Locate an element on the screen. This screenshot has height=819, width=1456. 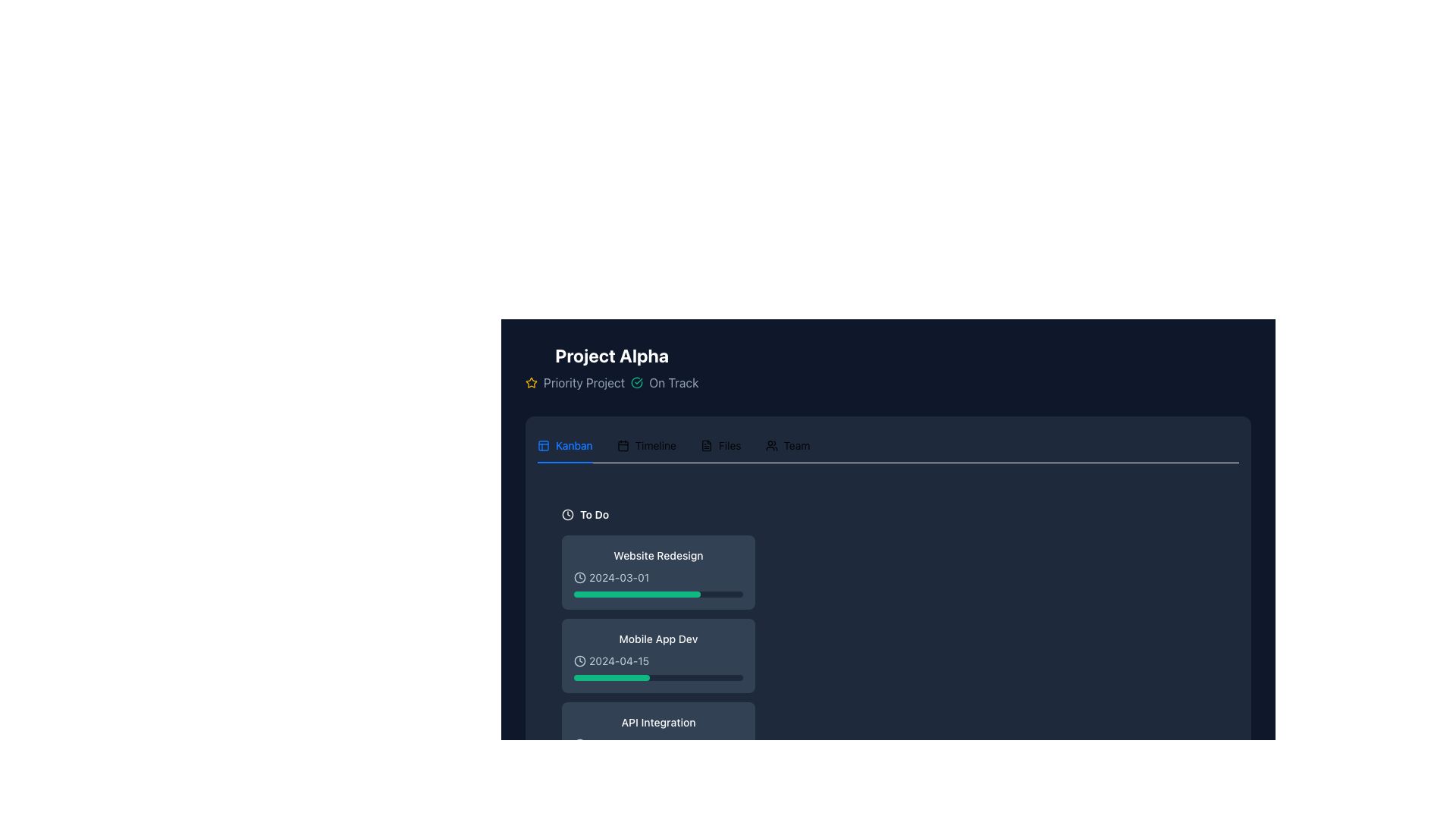
the status label indicating the current project status, located to the right of the 'Priority Project' text and a green checkmark symbol is located at coordinates (673, 382).